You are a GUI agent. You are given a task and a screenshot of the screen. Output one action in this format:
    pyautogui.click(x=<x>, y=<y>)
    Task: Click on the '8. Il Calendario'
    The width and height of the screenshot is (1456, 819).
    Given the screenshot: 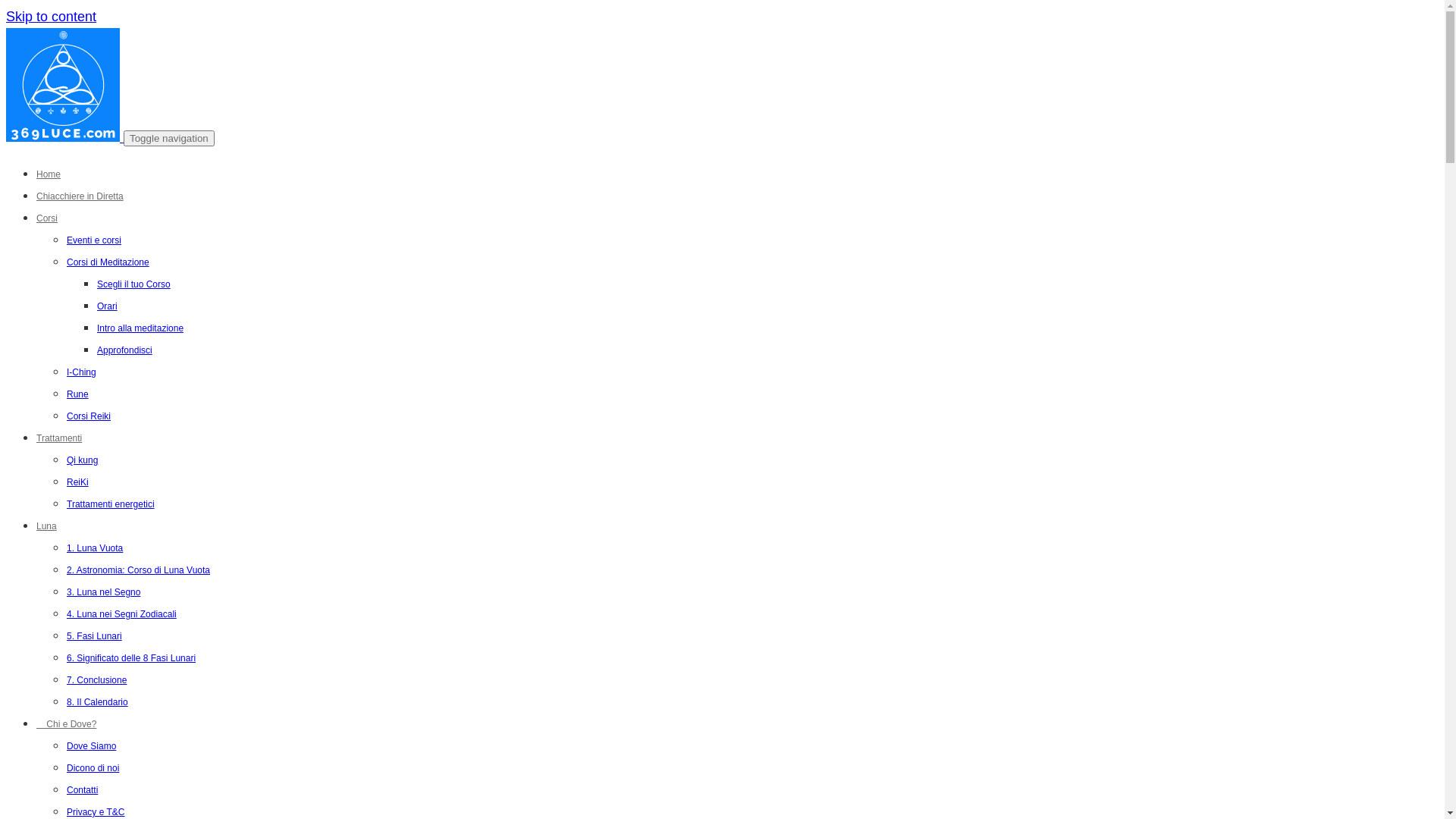 What is the action you would take?
    pyautogui.click(x=96, y=701)
    